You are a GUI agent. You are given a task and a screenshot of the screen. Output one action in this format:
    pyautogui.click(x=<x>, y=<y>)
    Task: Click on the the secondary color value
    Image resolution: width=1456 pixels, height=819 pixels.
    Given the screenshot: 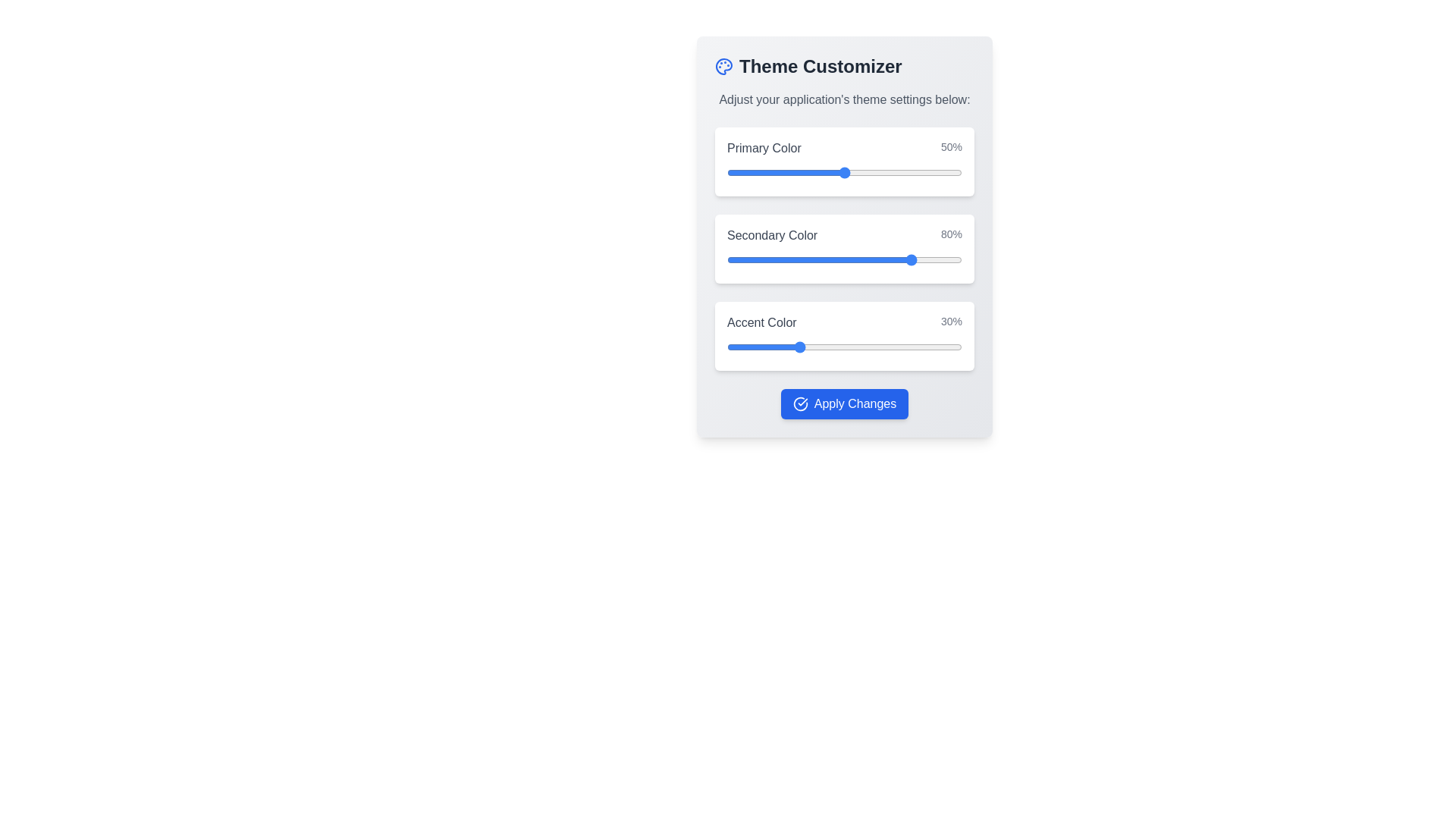 What is the action you would take?
    pyautogui.click(x=930, y=259)
    